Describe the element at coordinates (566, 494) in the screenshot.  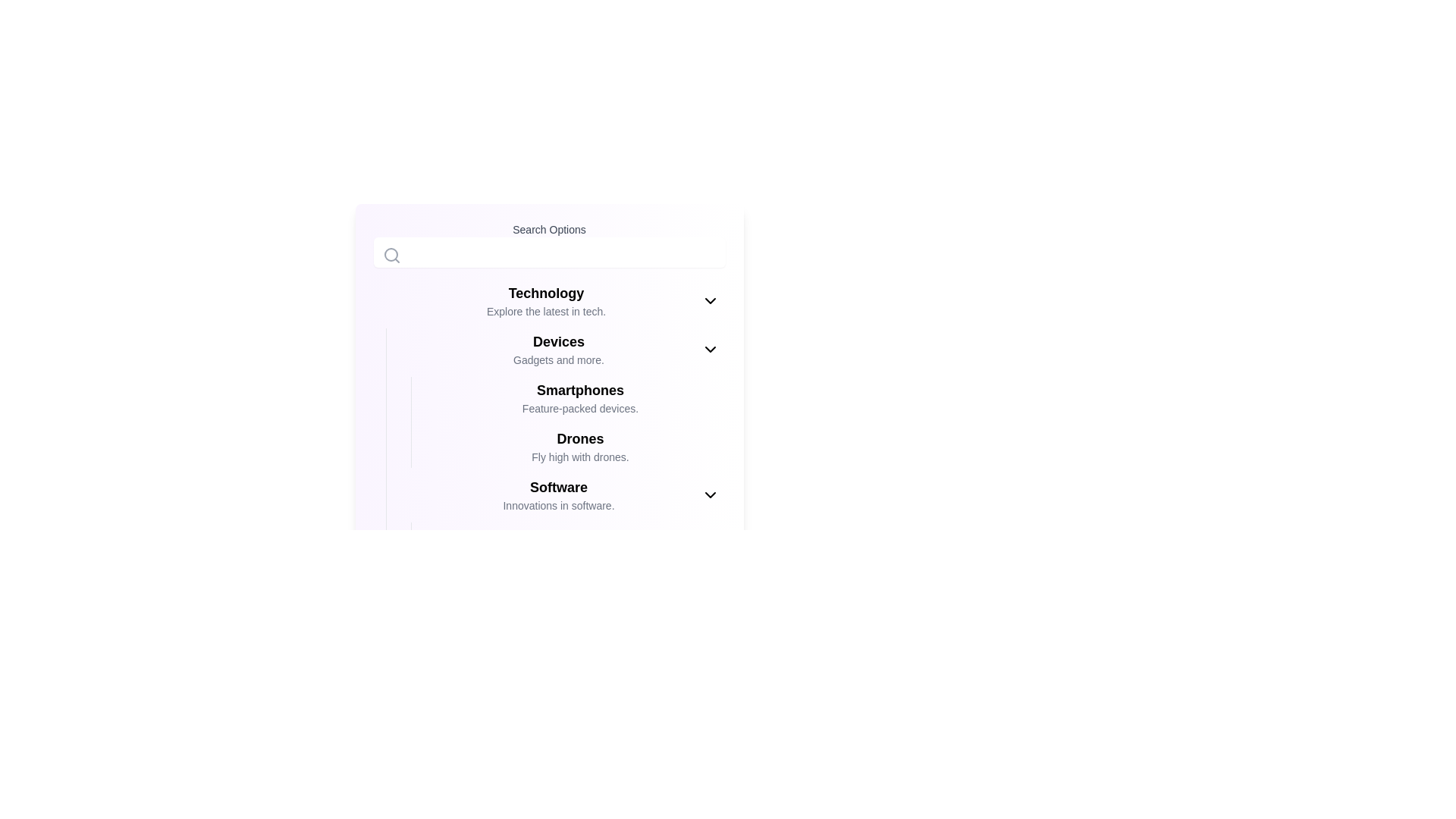
I see `the collapsible list item labeled 'Software' in the sidebar menu` at that location.